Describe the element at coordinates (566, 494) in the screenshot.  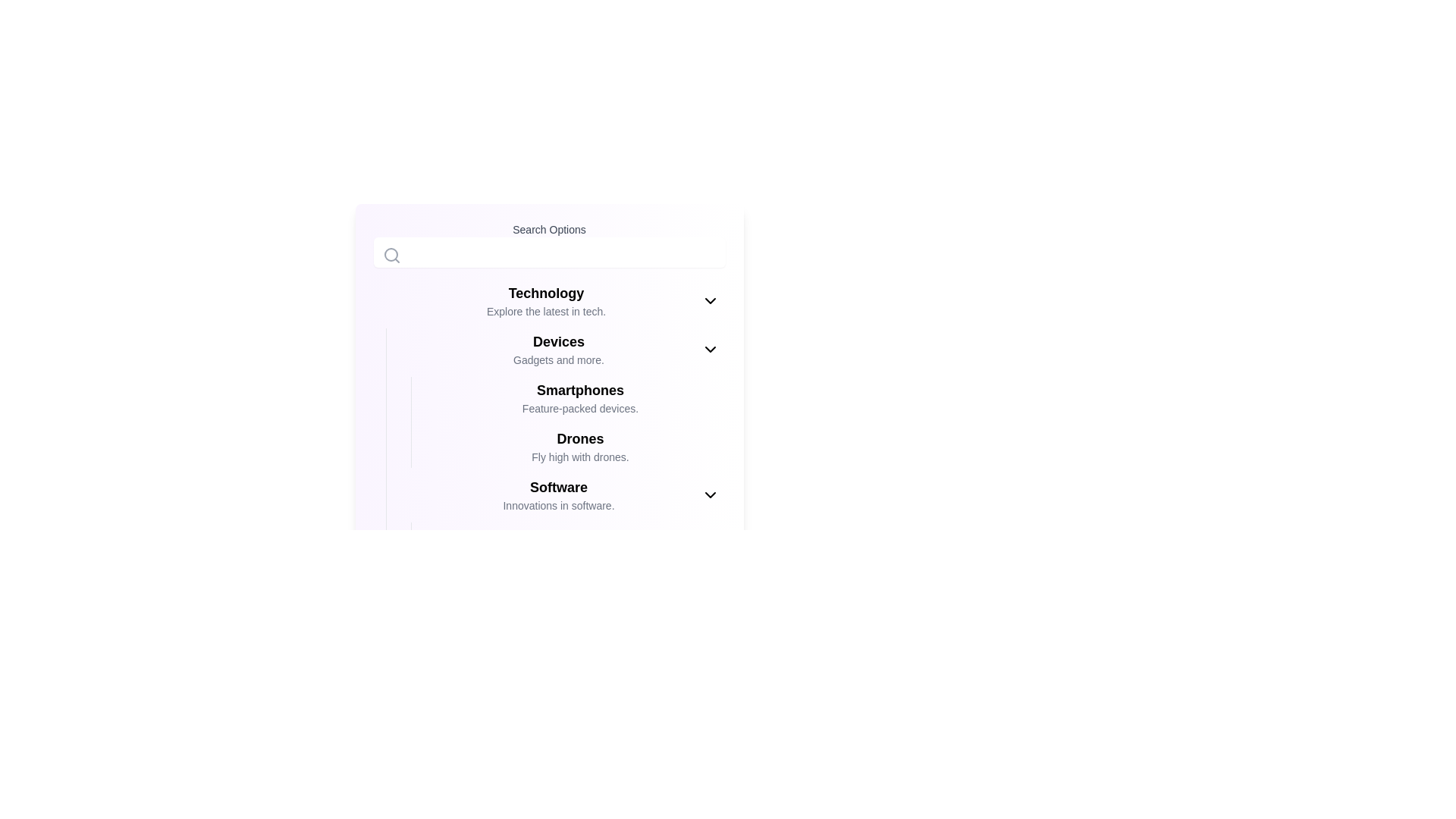
I see `the collapsible list item labeled 'Software' in the sidebar menu` at that location.